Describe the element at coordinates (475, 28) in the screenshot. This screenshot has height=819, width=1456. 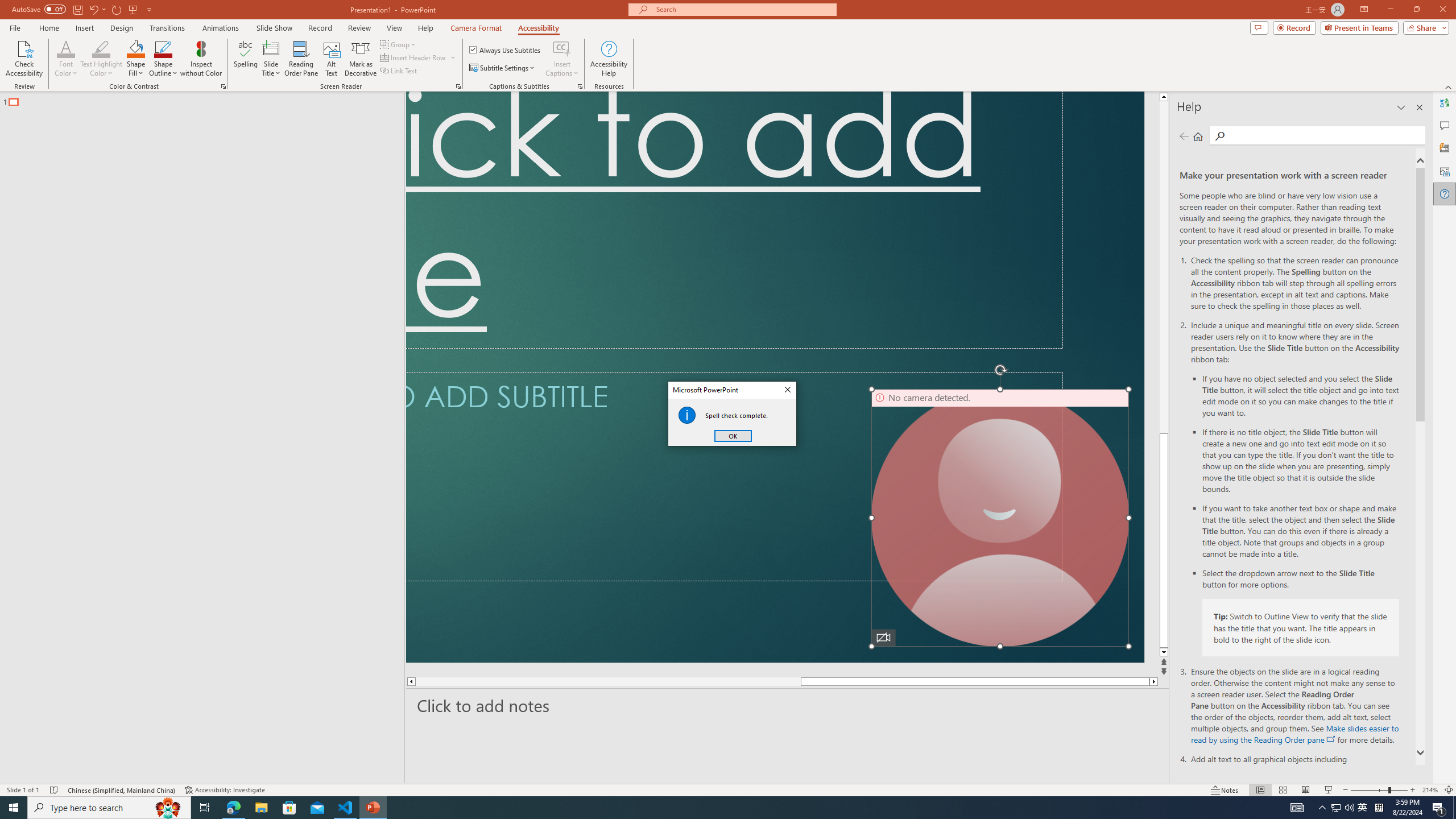
I see `'Camera Format'` at that location.